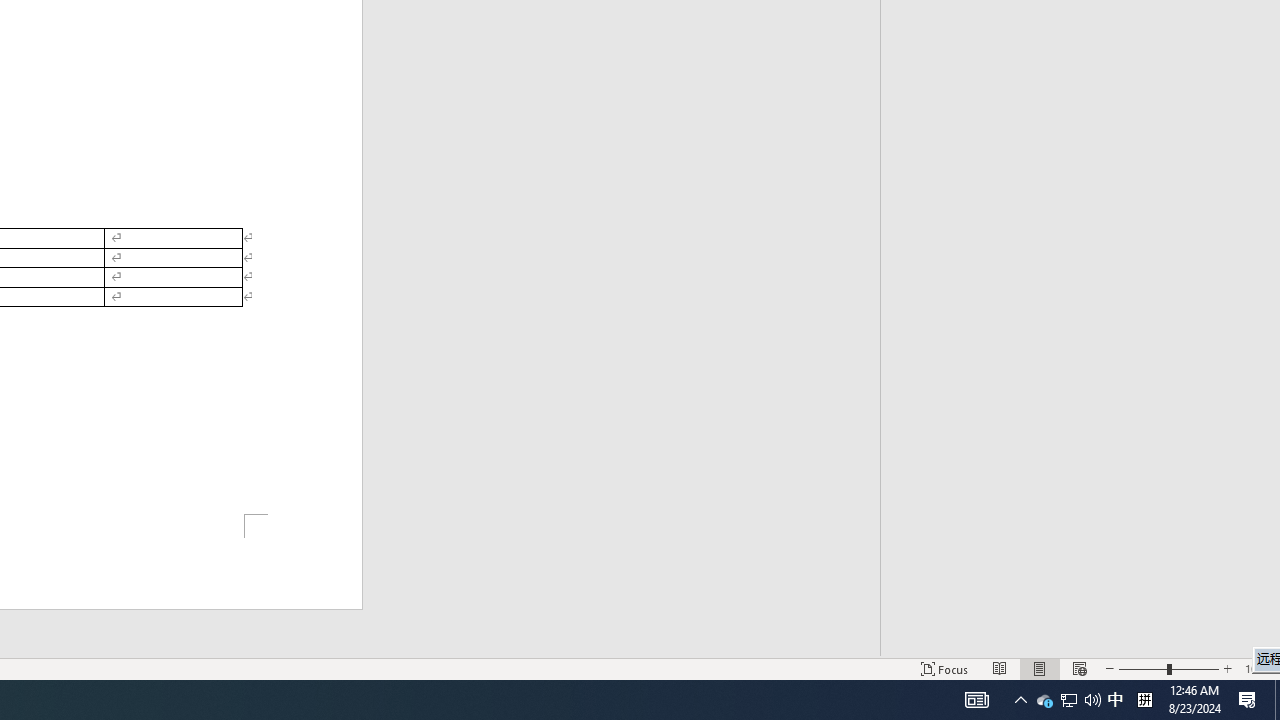 The width and height of the screenshot is (1280, 720). What do you see at coordinates (1226, 669) in the screenshot?
I see `'Zoom In'` at bounding box center [1226, 669].